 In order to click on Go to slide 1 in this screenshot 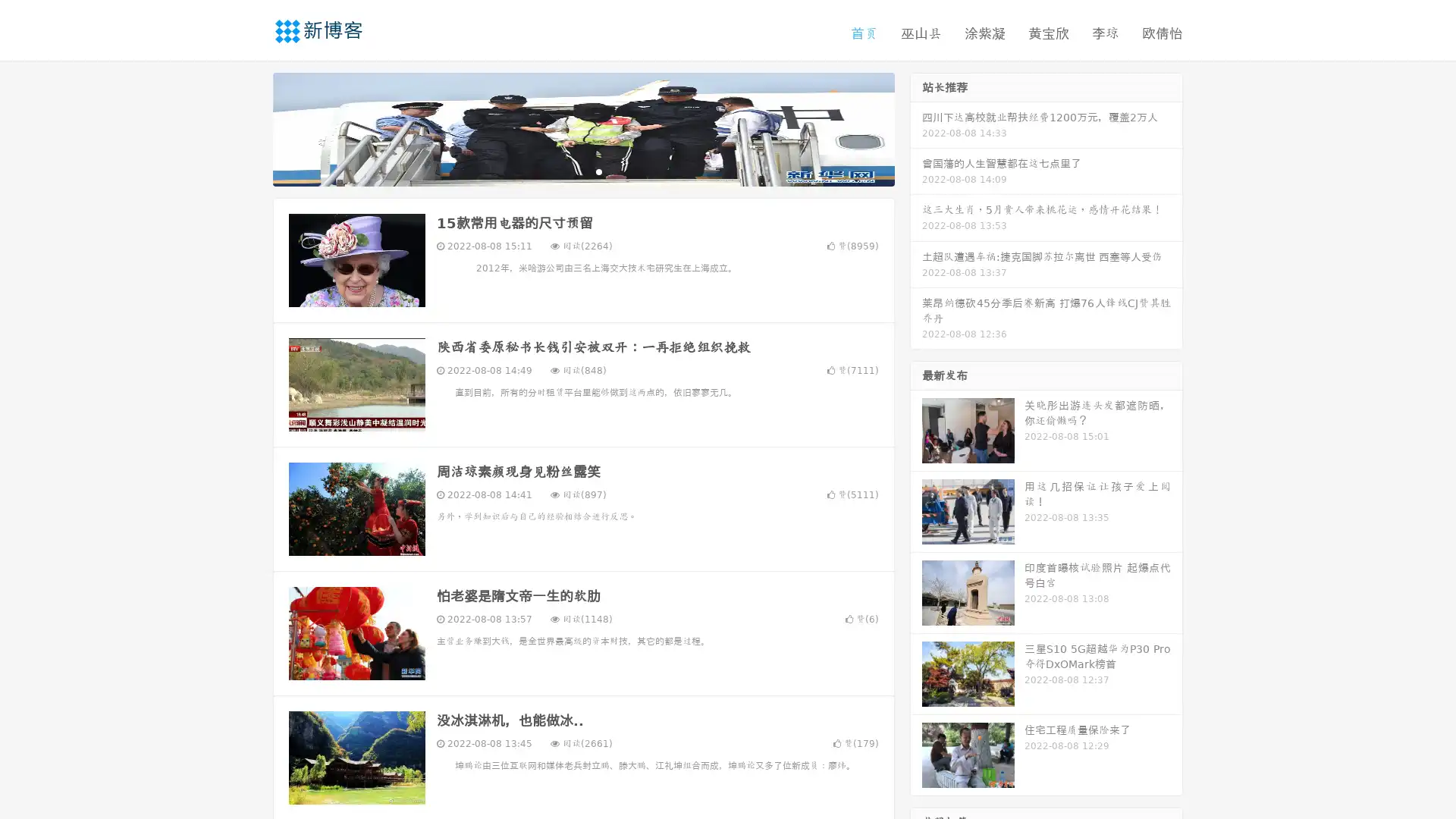, I will do `click(567, 171)`.